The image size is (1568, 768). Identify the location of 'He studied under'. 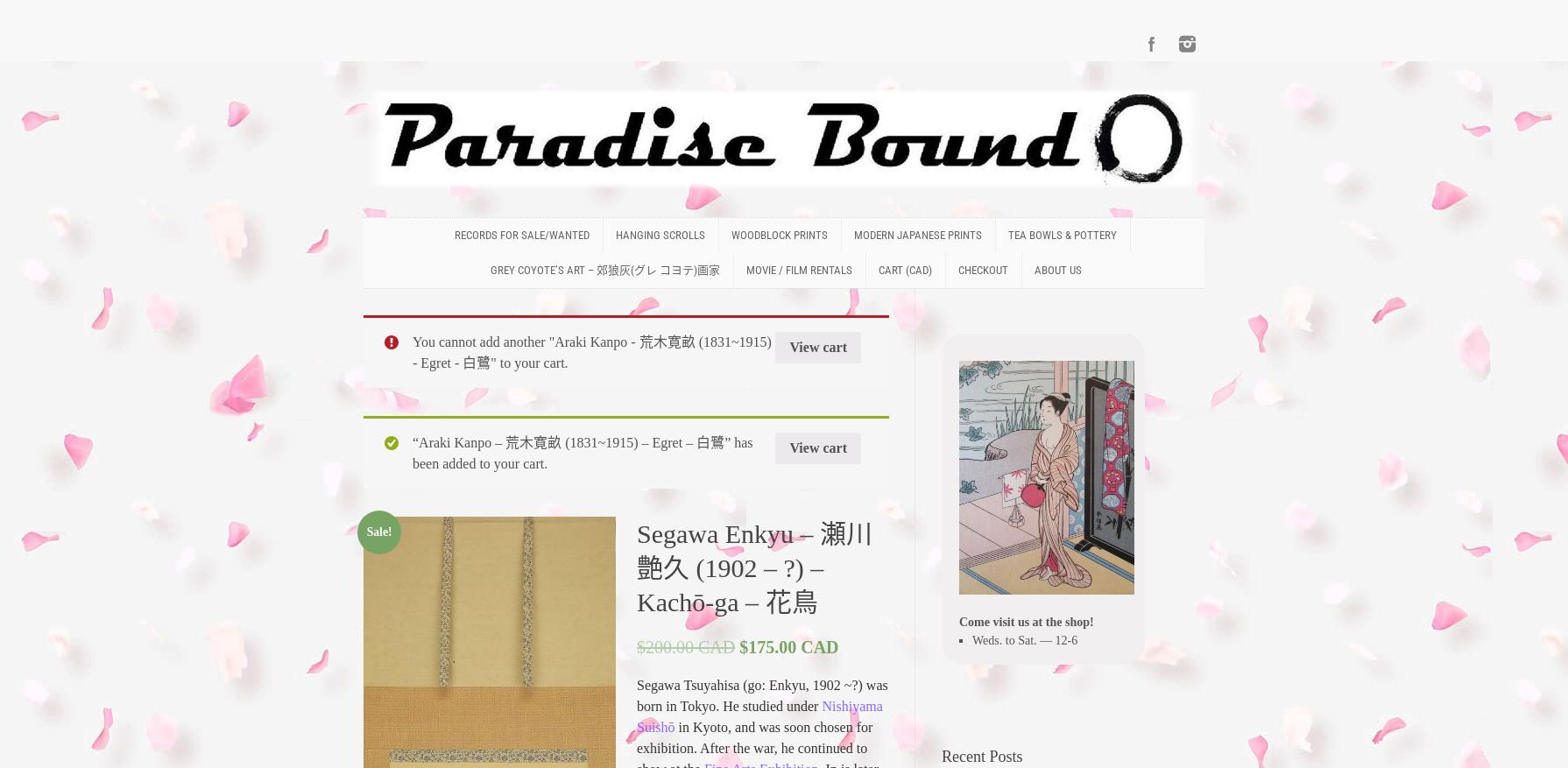
(771, 705).